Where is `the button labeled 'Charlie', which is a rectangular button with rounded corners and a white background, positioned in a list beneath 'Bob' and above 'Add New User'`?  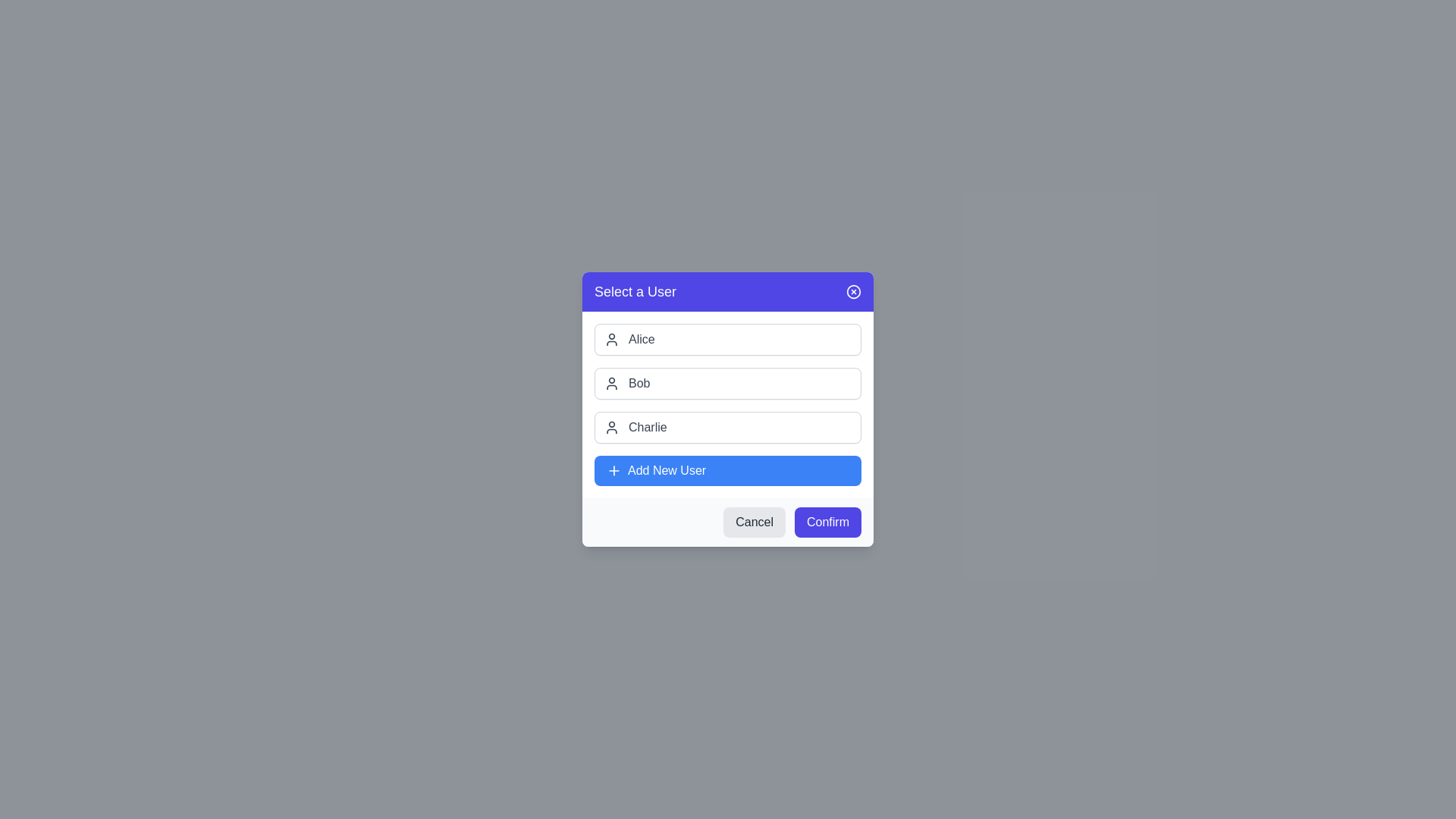
the button labeled 'Charlie', which is a rectangular button with rounded corners and a white background, positioned in a list beneath 'Bob' and above 'Add New User' is located at coordinates (728, 427).